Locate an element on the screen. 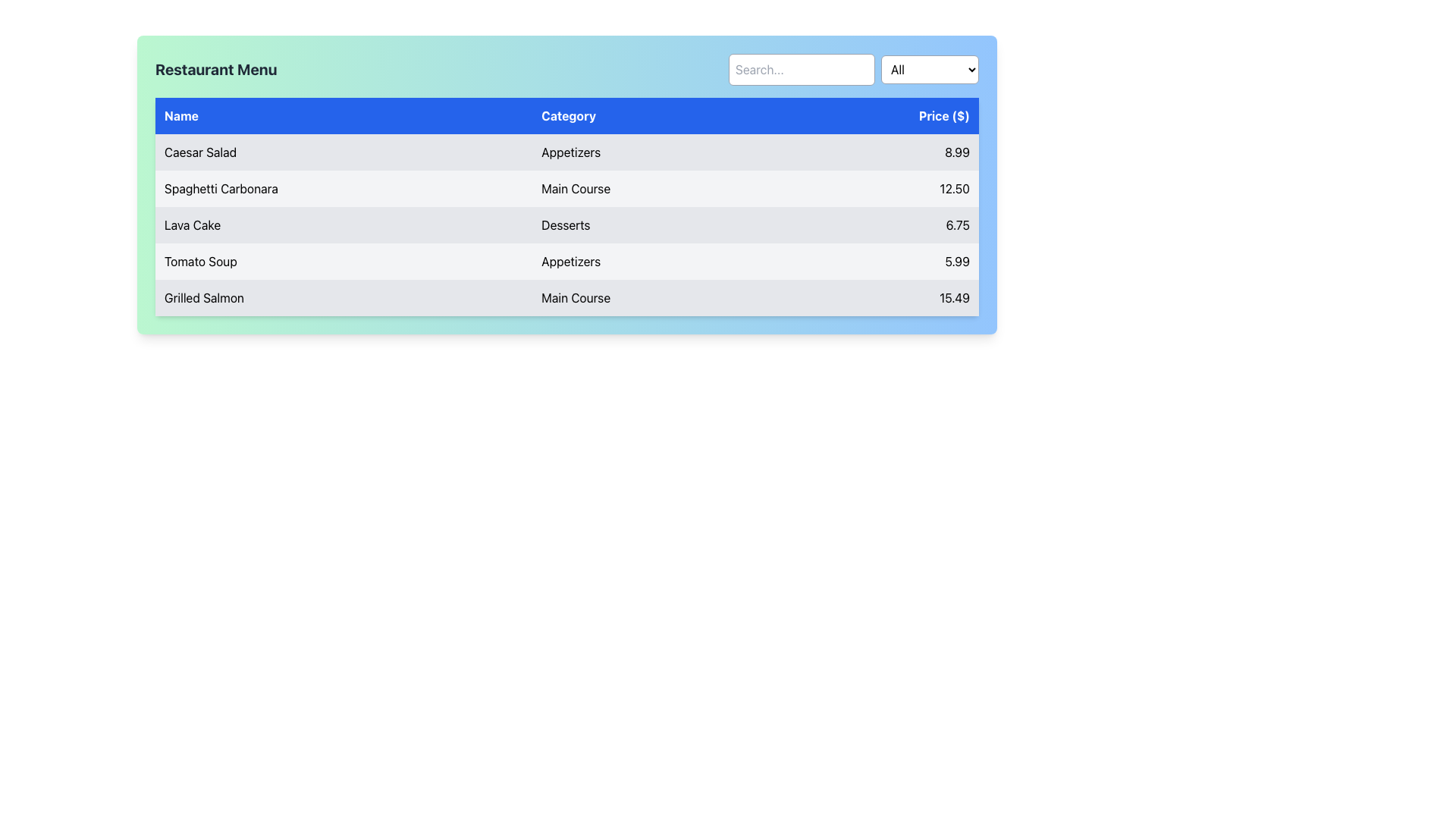 The width and height of the screenshot is (1456, 819). the table header row containing the columns labeled 'Name', 'Category', and 'Price ($)' which has a blue background and white text is located at coordinates (566, 115).